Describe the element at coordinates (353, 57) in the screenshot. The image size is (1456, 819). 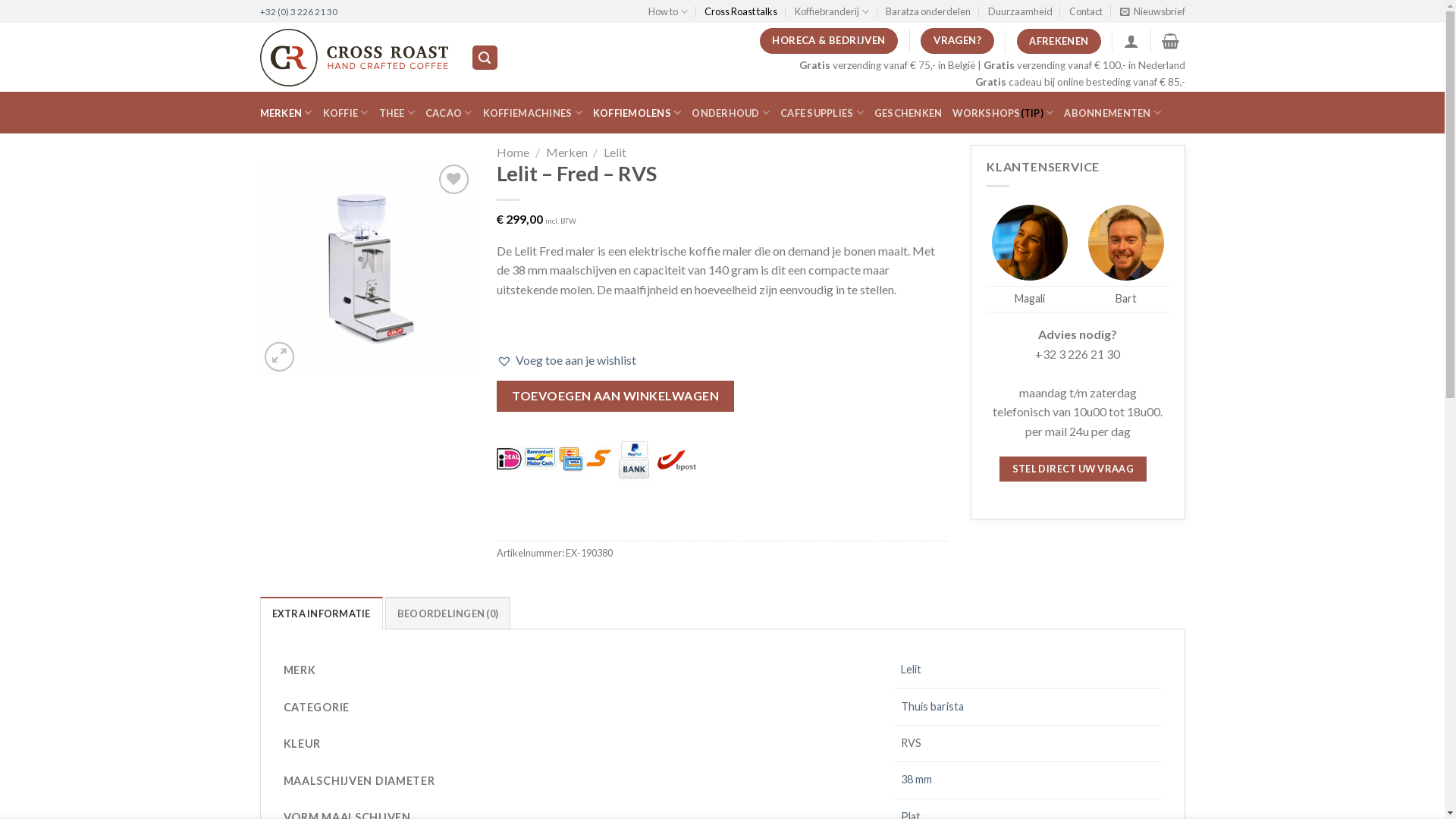
I see `'Cross Roast - Hand Crafted Coffee'` at that location.